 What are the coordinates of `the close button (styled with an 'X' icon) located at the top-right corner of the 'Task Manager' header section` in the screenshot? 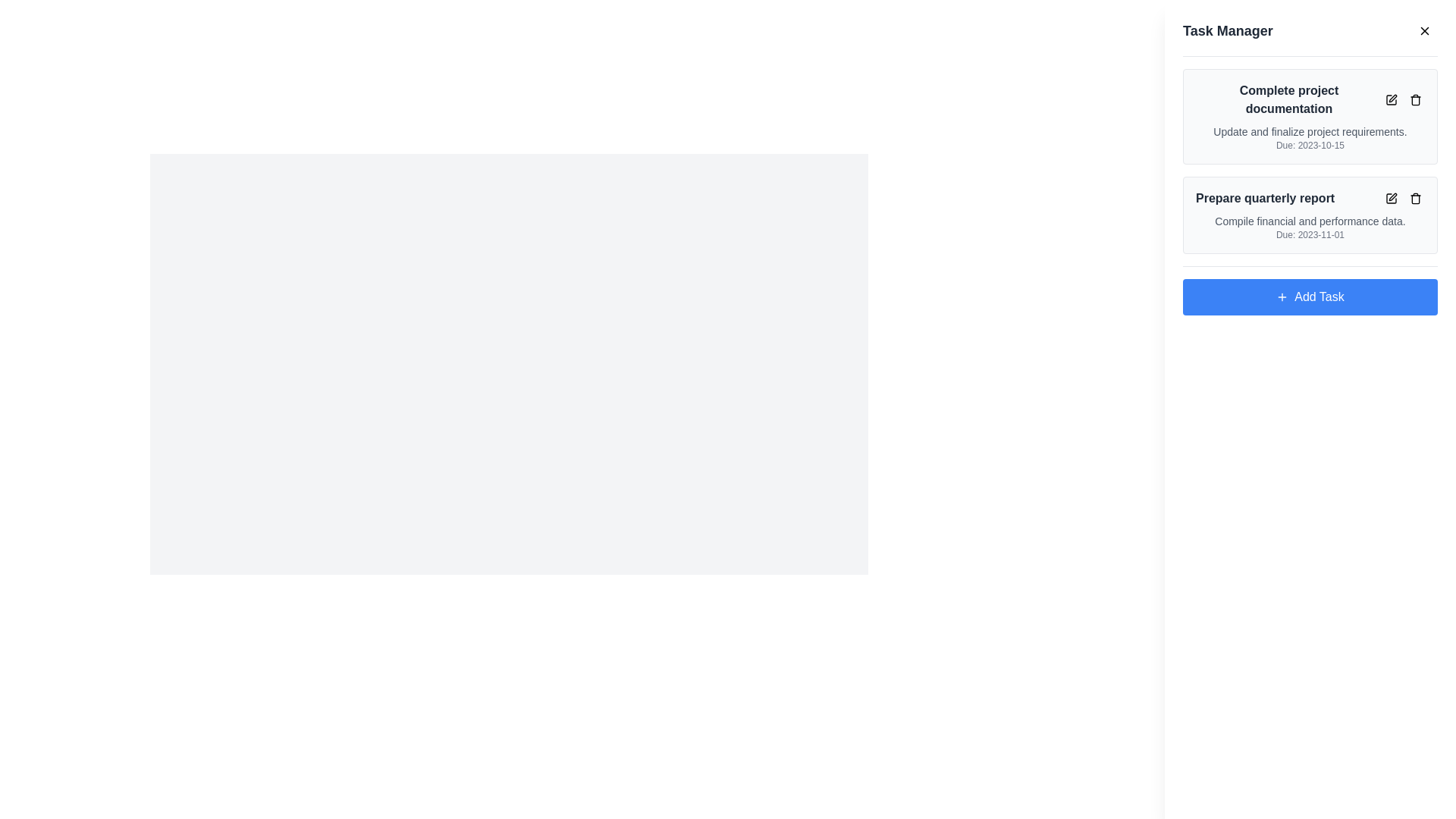 It's located at (1423, 31).